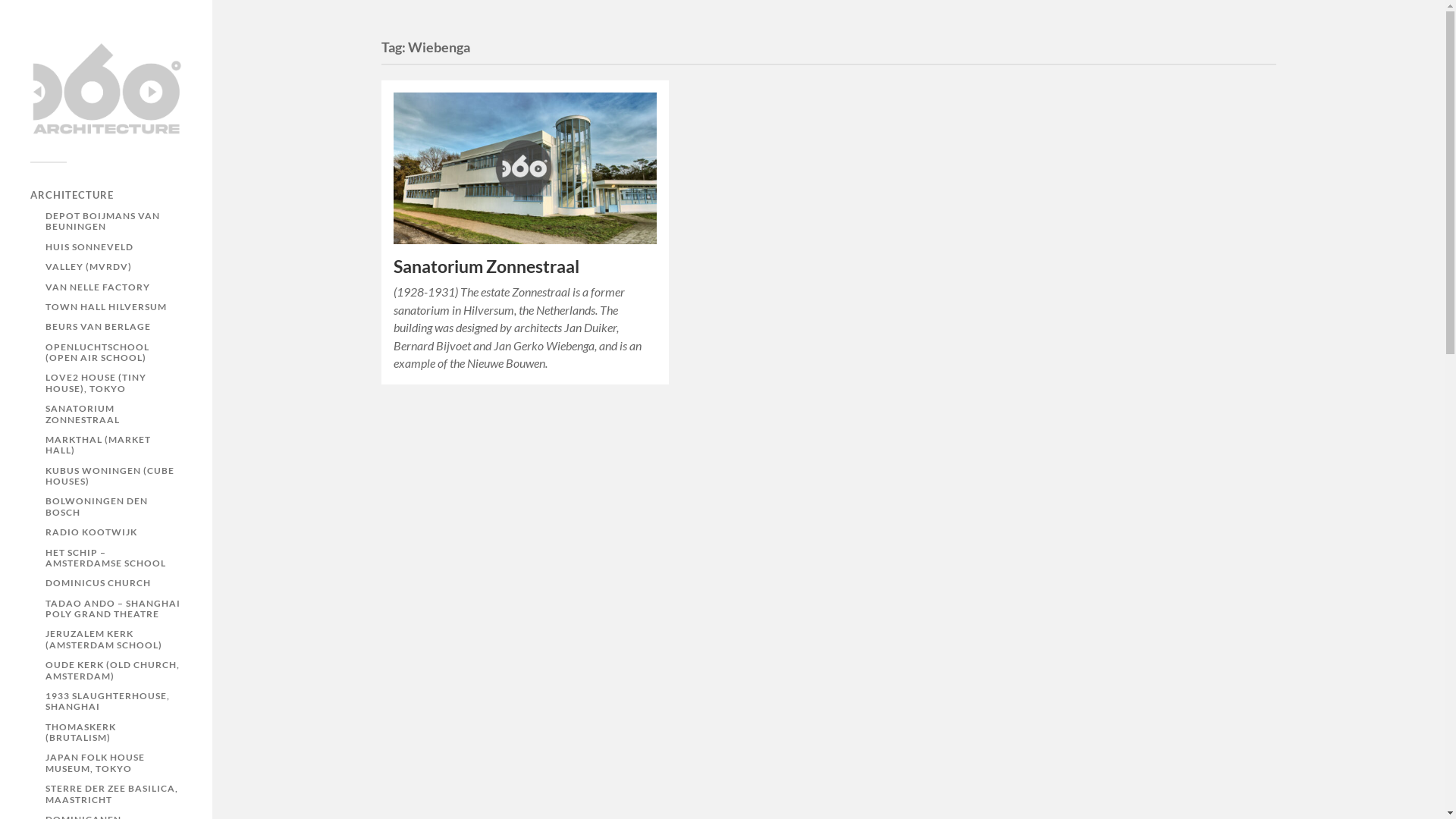  I want to click on 'JERUZALEM KERK (AMSTERDAM SCHOOL)', so click(103, 639).